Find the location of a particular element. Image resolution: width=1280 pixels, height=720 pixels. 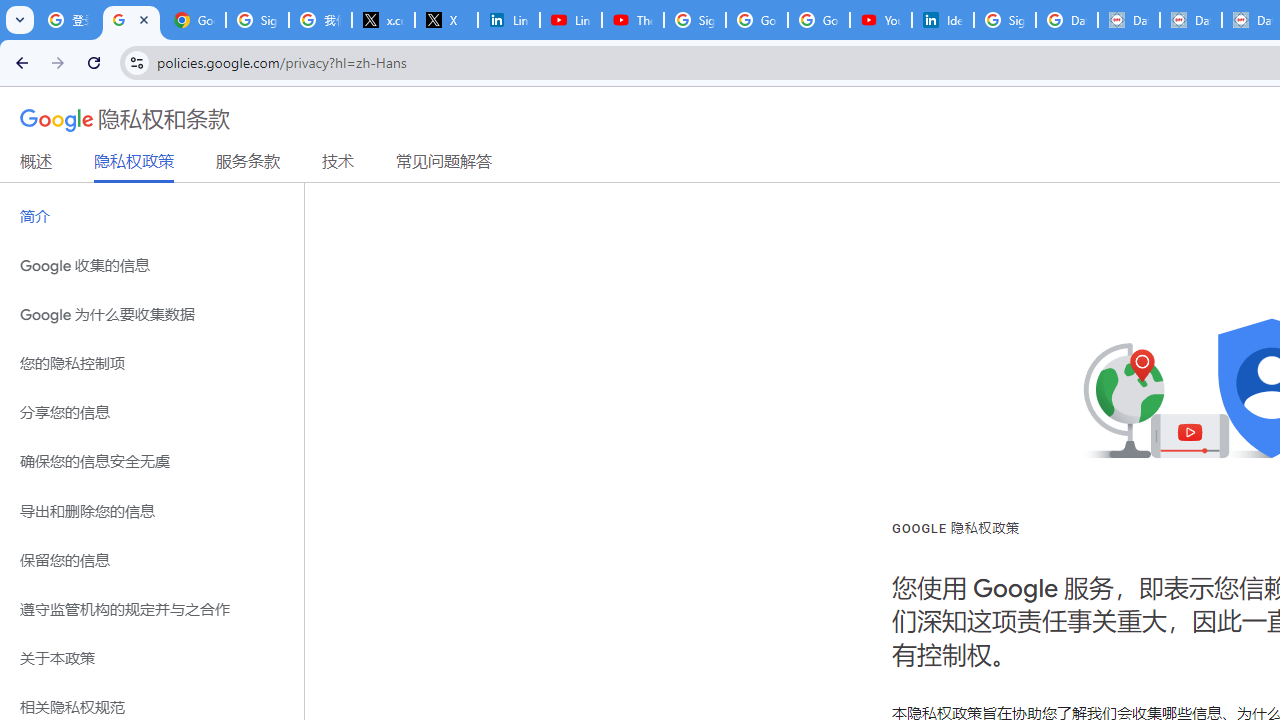

'X' is located at coordinates (445, 20).